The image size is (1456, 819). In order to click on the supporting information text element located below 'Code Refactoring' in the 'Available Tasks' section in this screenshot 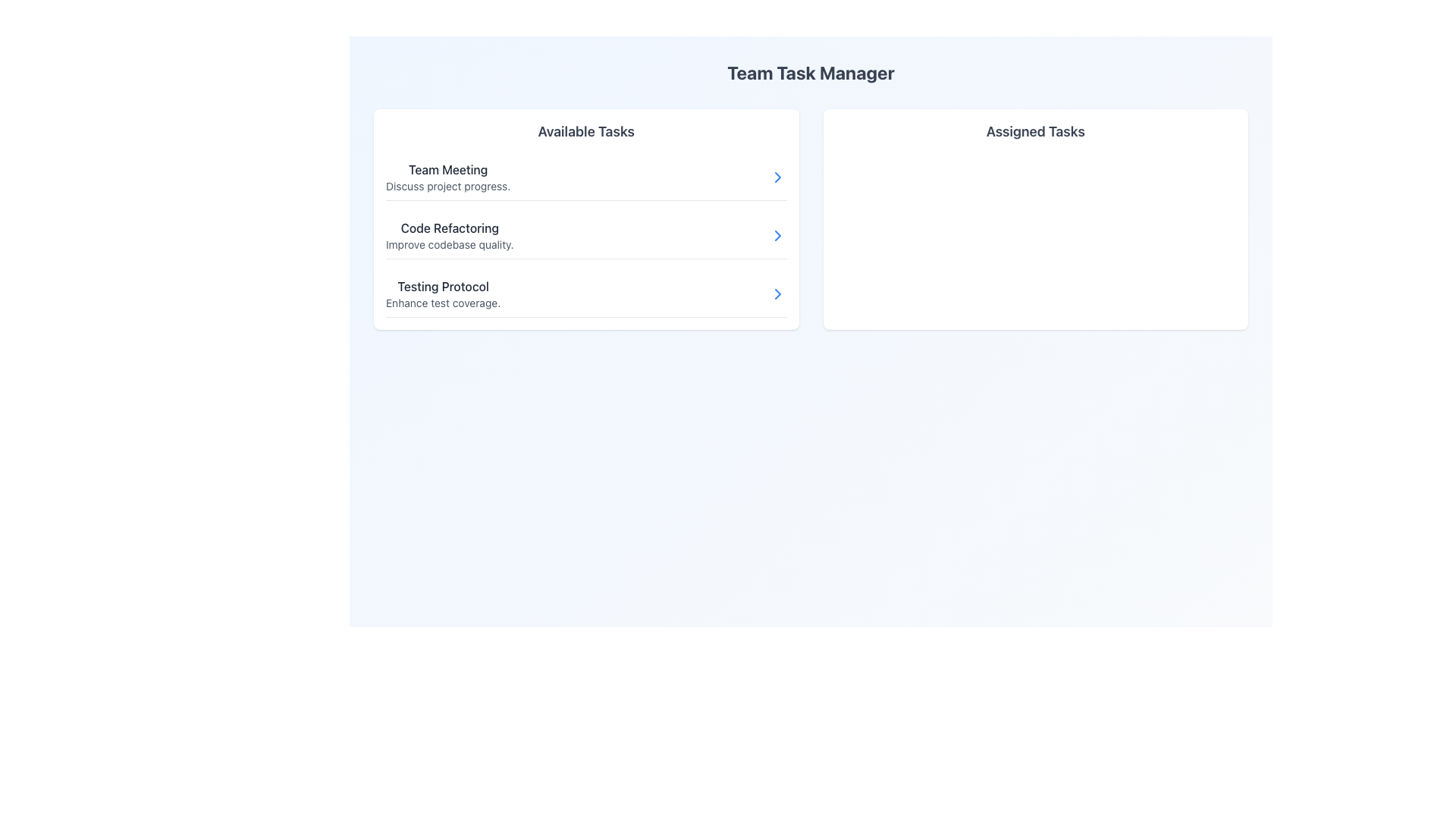, I will do `click(449, 244)`.